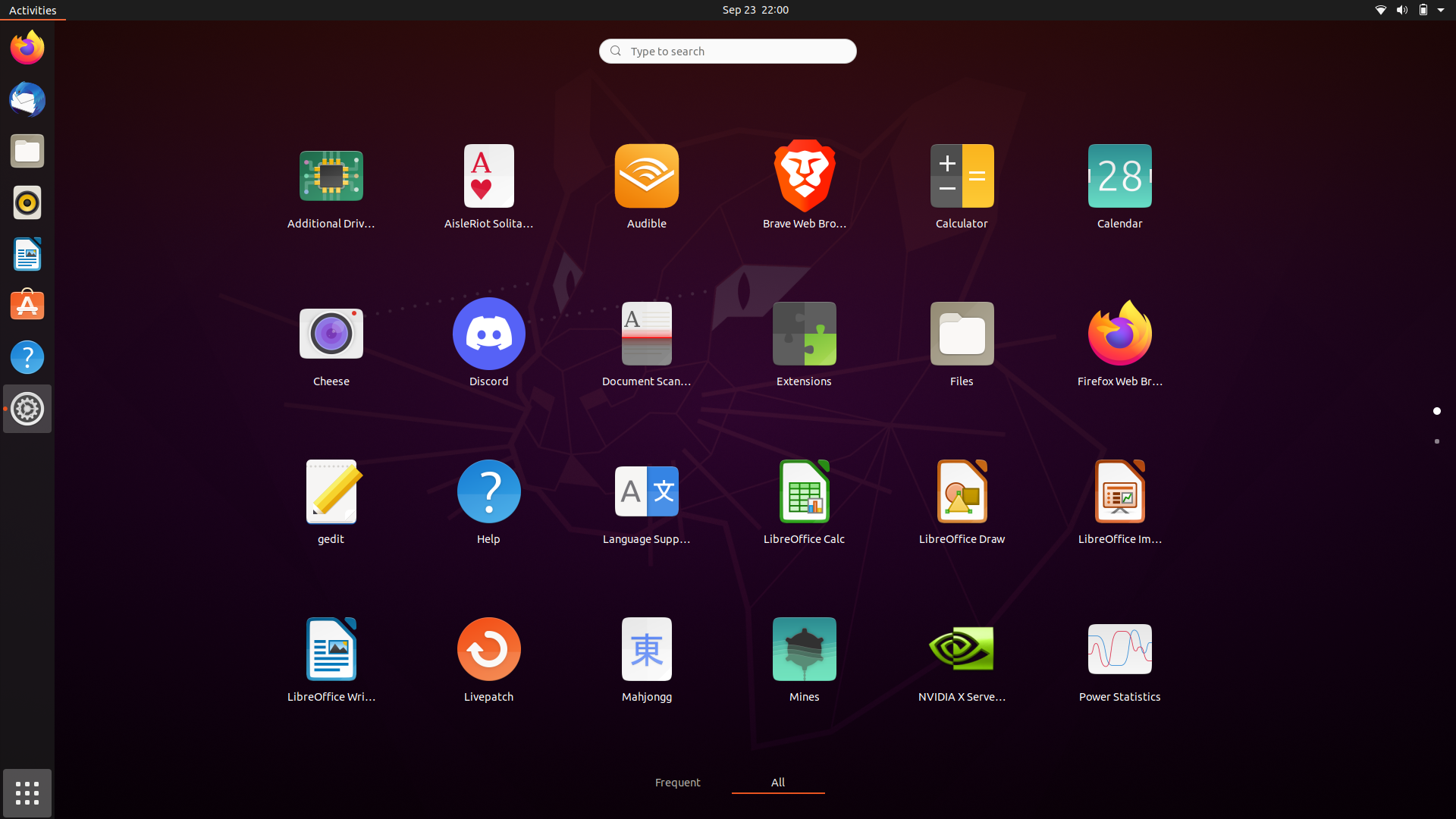  Describe the element at coordinates (726, 49) in the screenshot. I see `"Google" application` at that location.